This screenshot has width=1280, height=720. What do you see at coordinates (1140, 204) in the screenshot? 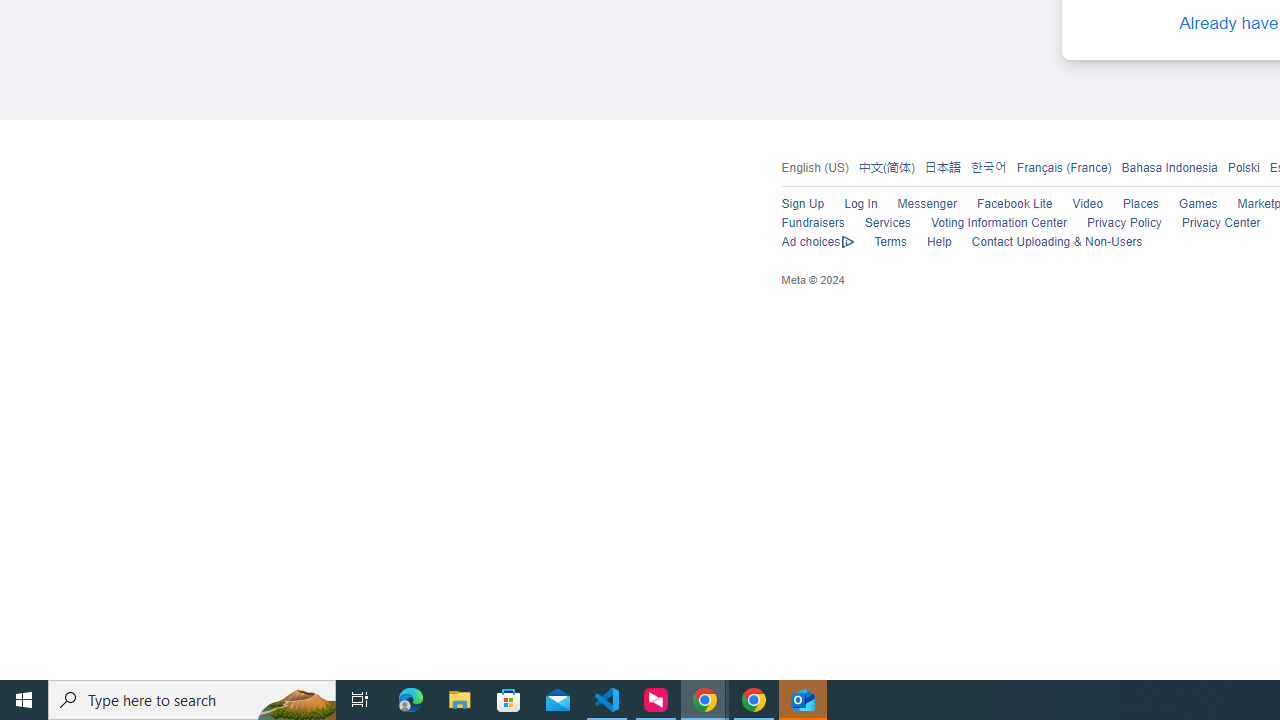
I see `'Places'` at bounding box center [1140, 204].